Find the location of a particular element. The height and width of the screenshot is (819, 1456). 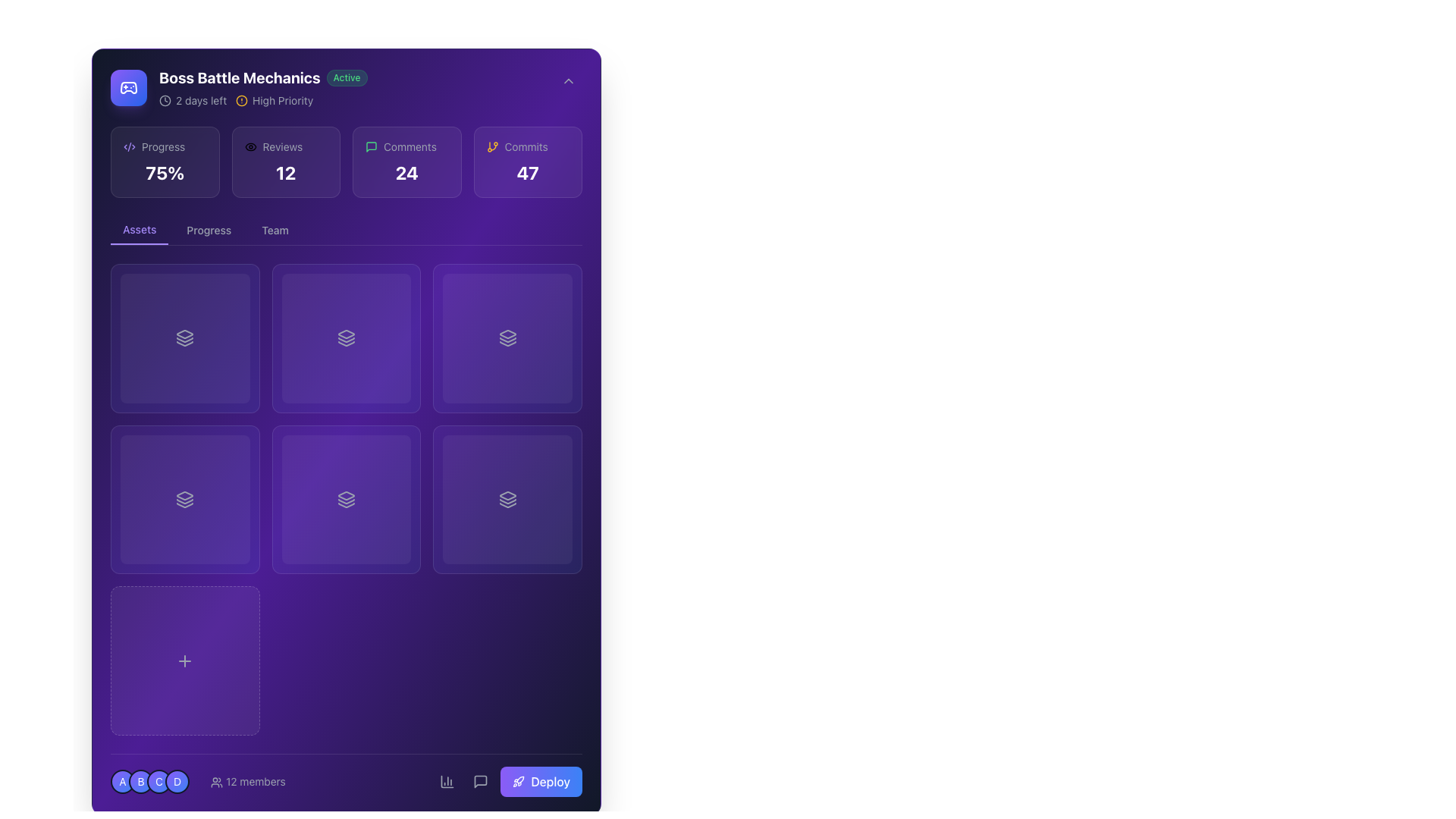

the interactive button that is a square with a vertically stacked icon, located in the second row, last column of a 3x2 grid layout, towards the center-right of the interface to interact is located at coordinates (507, 337).